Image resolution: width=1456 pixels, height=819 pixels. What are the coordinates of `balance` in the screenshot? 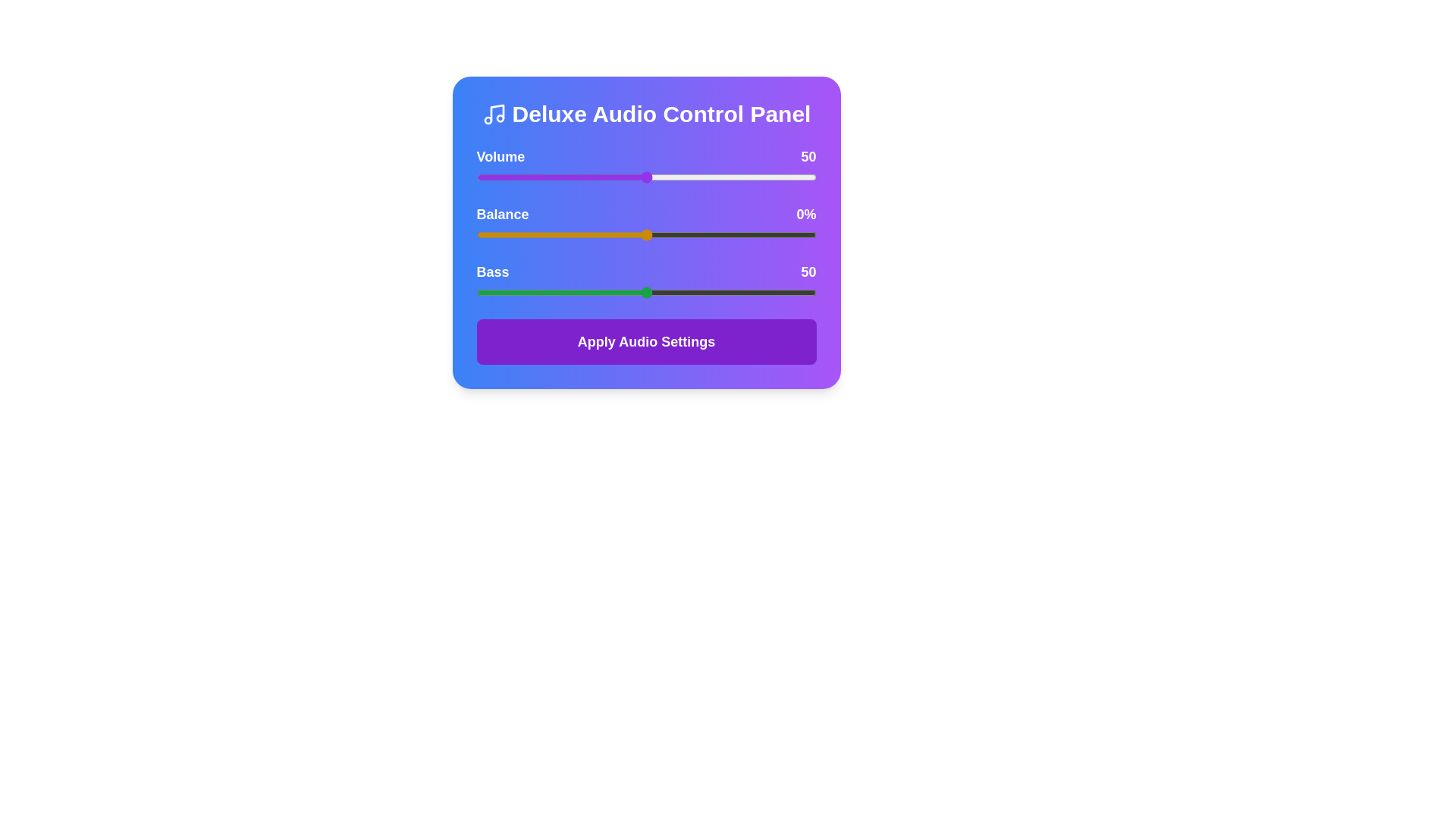 It's located at (567, 234).